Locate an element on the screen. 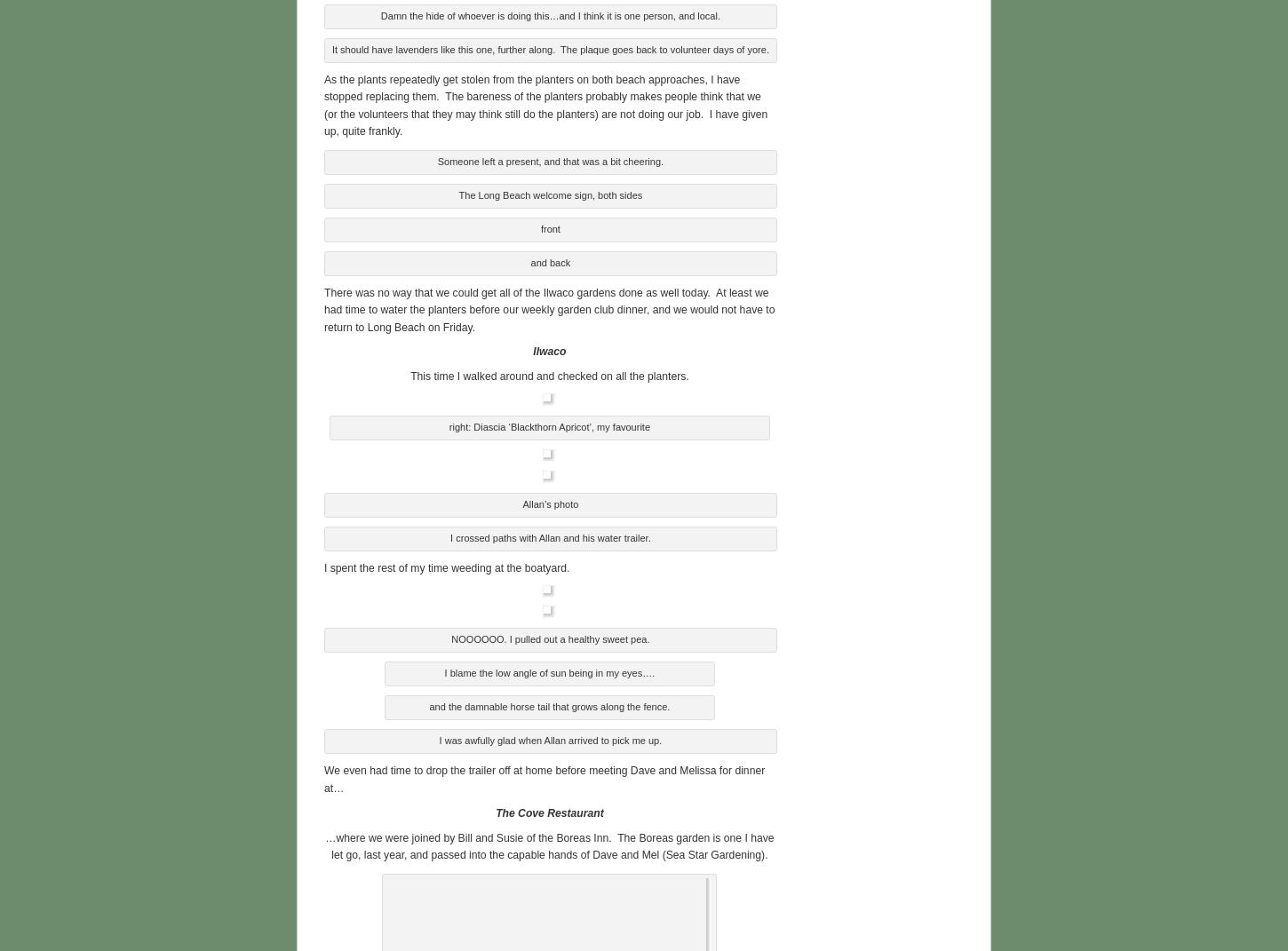 Image resolution: width=1288 pixels, height=951 pixels. 'We even had time to drop the trailer off at home before meeting Dave and Melissa for dinner at…' is located at coordinates (544, 777).